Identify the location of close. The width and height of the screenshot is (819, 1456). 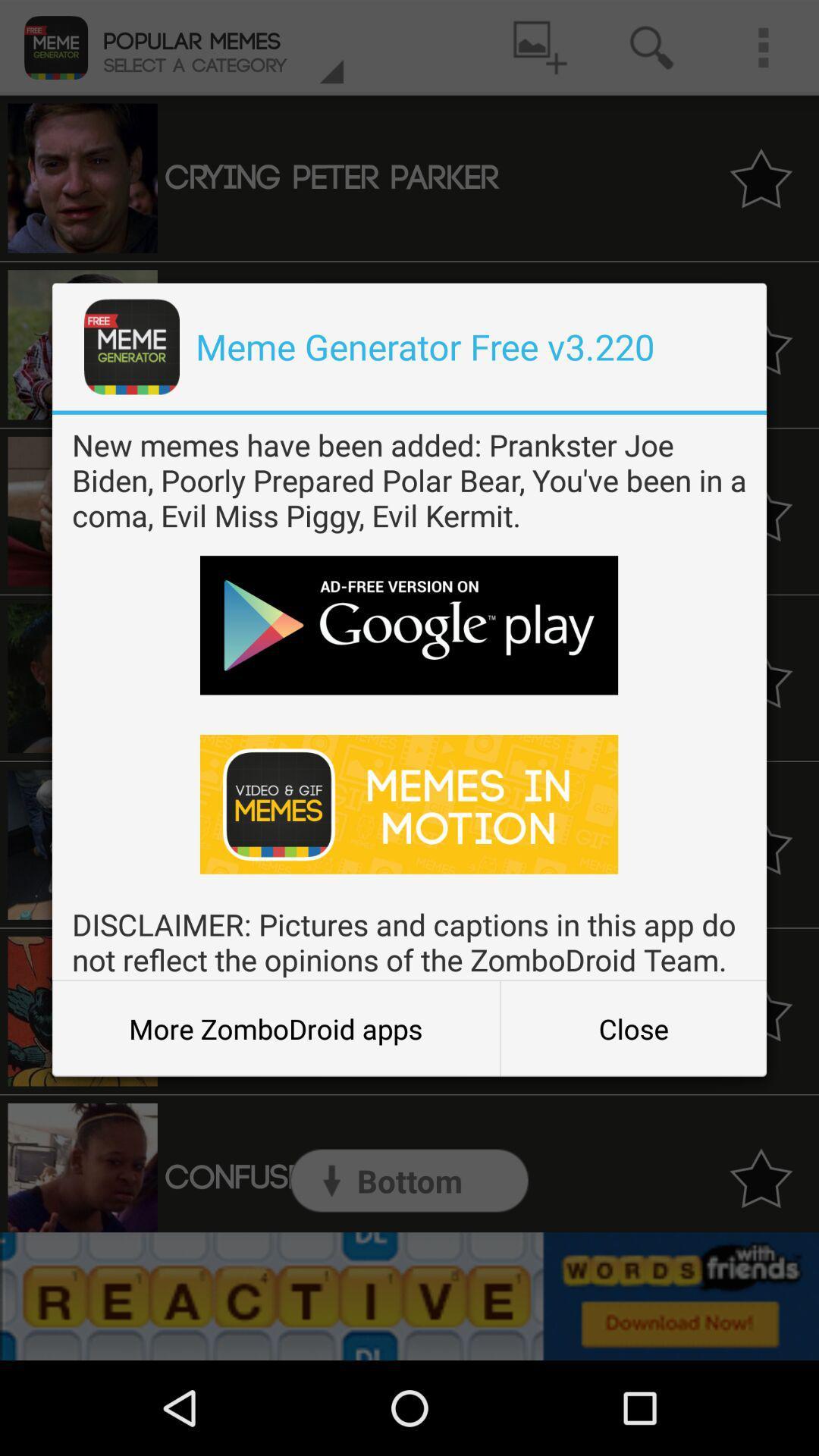
(633, 1028).